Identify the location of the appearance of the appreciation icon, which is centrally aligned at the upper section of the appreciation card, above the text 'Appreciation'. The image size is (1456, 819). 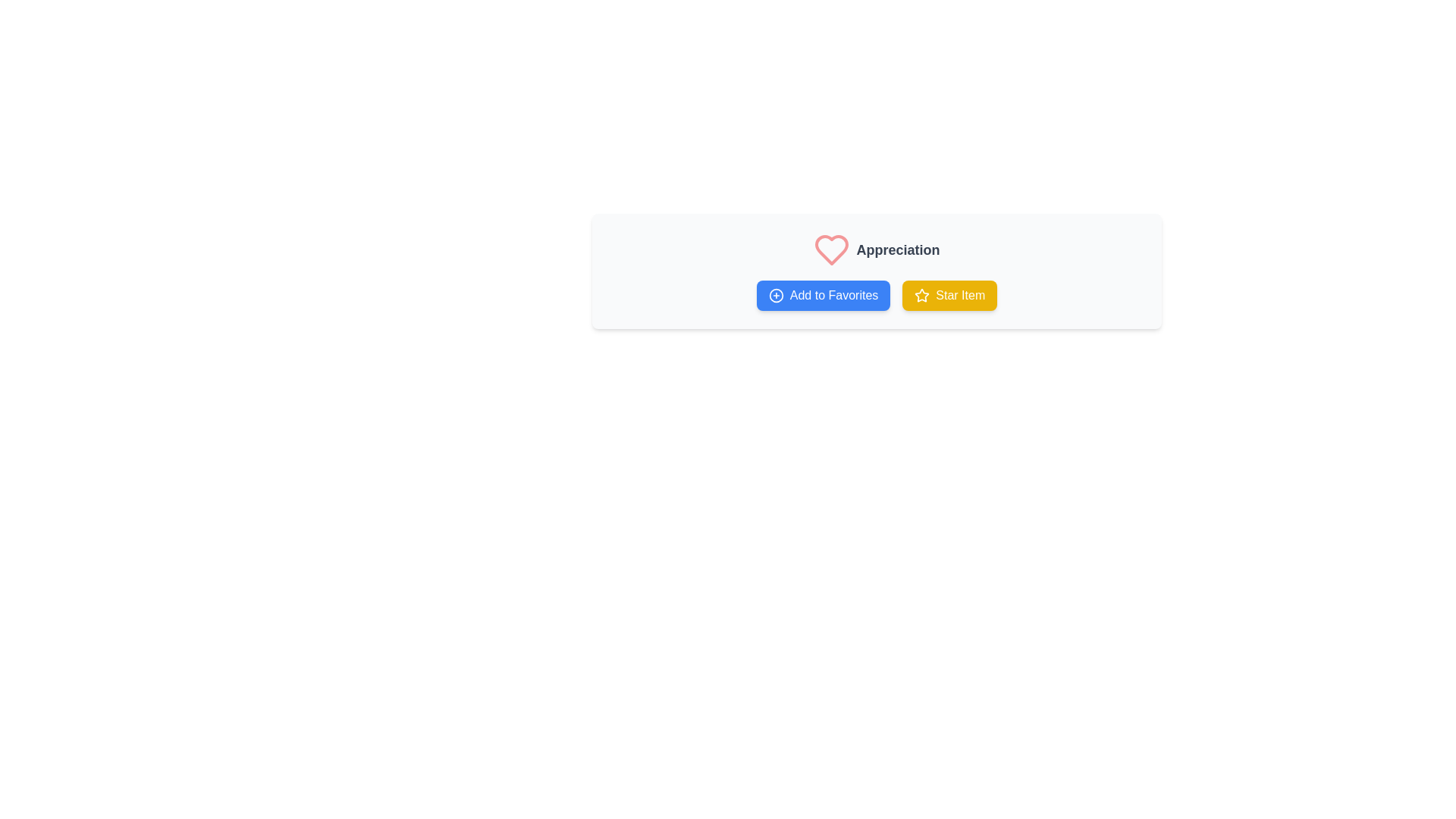
(831, 249).